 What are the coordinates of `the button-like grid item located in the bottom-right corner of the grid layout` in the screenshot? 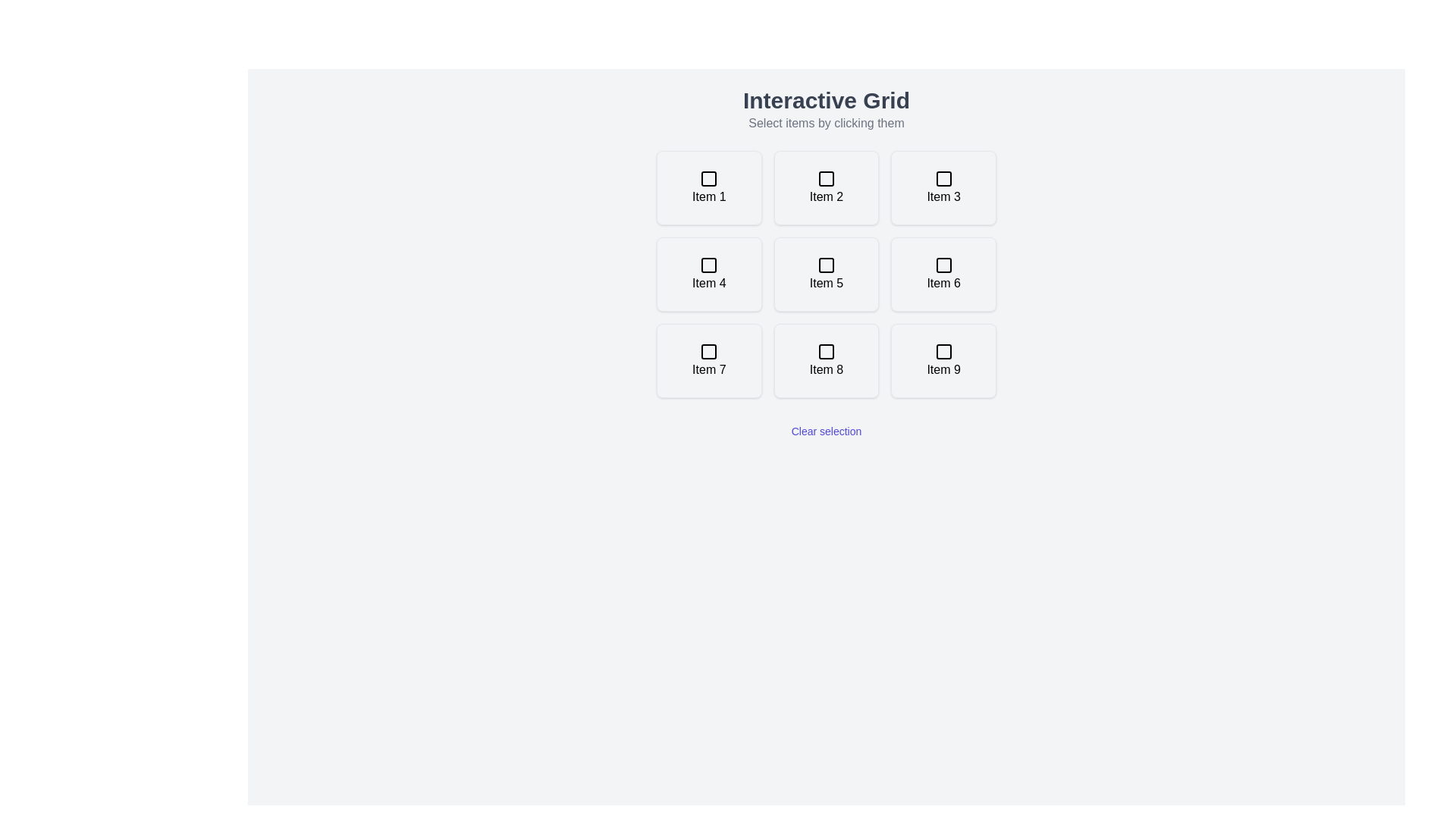 It's located at (943, 360).